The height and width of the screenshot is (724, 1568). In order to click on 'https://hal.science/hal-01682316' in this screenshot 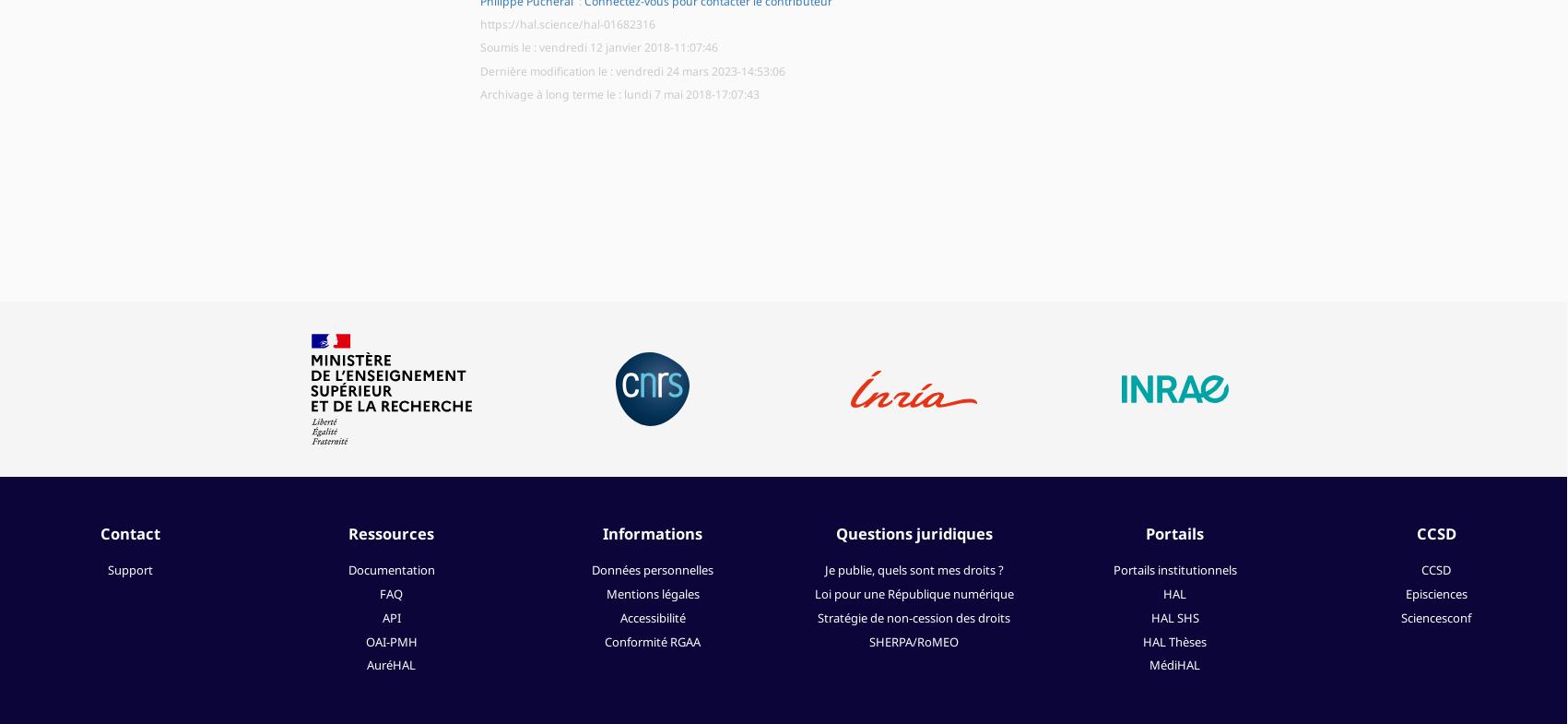, I will do `click(566, 23)`.